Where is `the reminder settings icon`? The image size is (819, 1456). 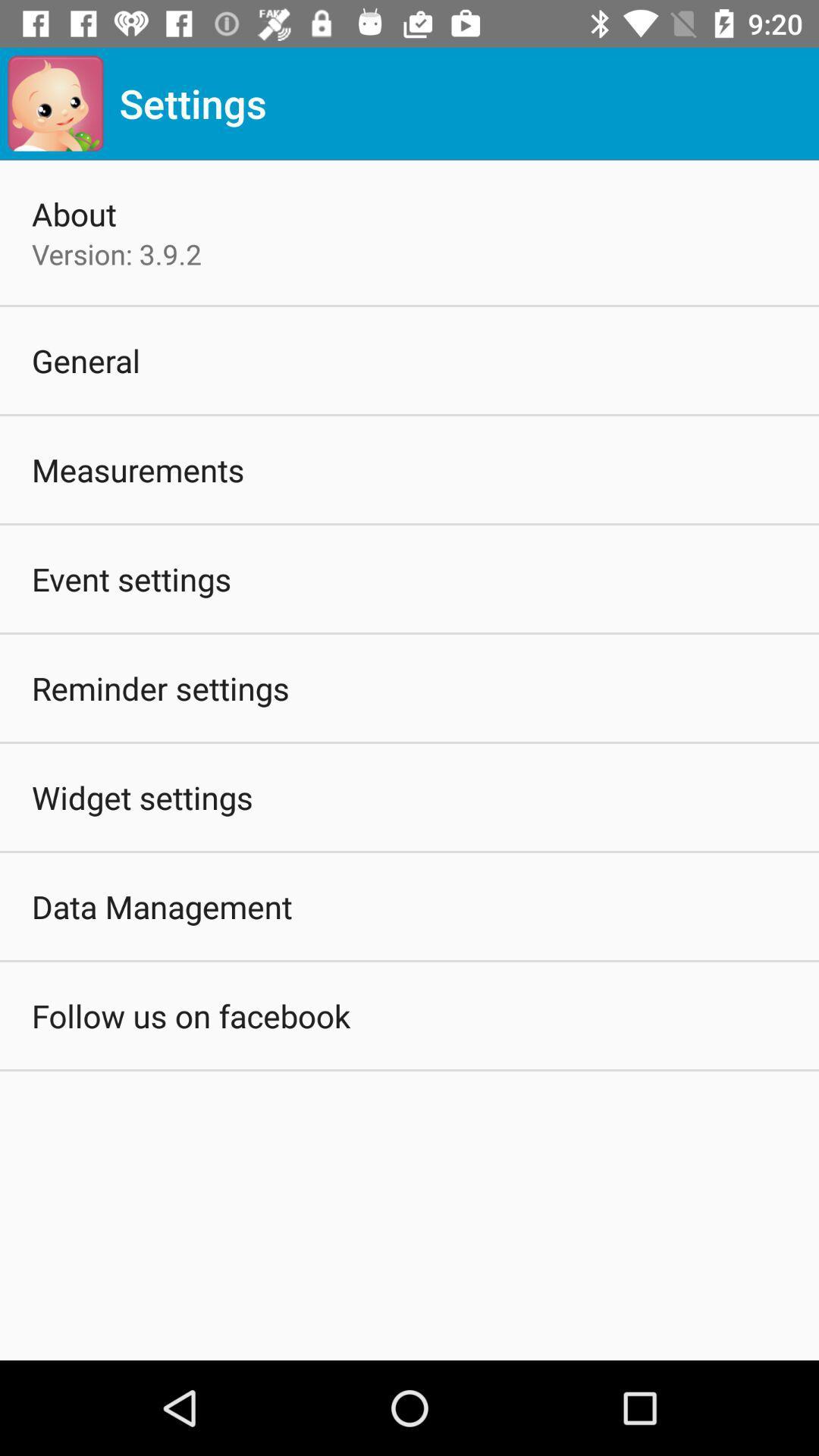
the reminder settings icon is located at coordinates (160, 687).